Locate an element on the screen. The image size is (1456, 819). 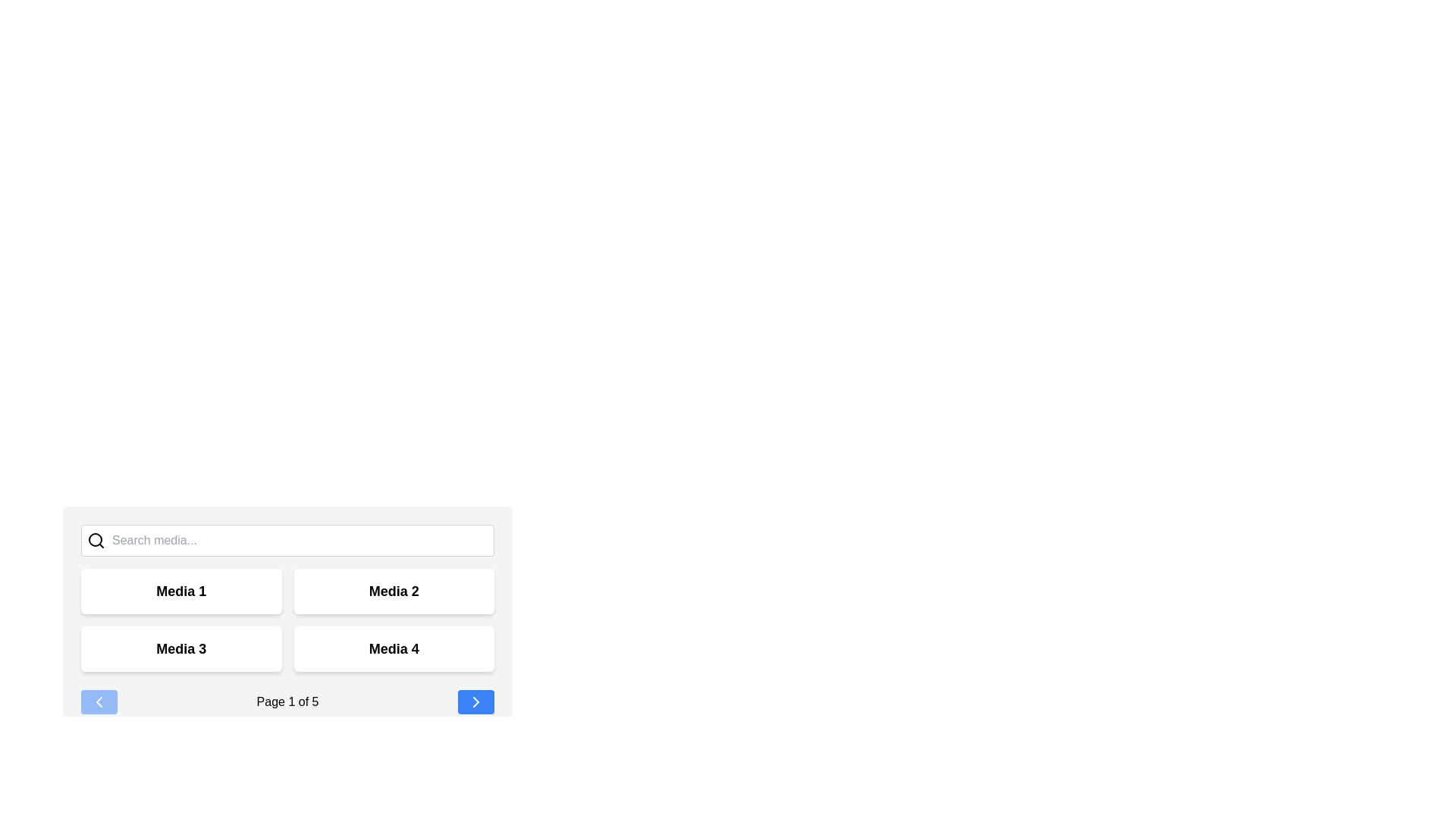
the navigation button located to the right of the text 'Page 1 of 5' is located at coordinates (475, 701).